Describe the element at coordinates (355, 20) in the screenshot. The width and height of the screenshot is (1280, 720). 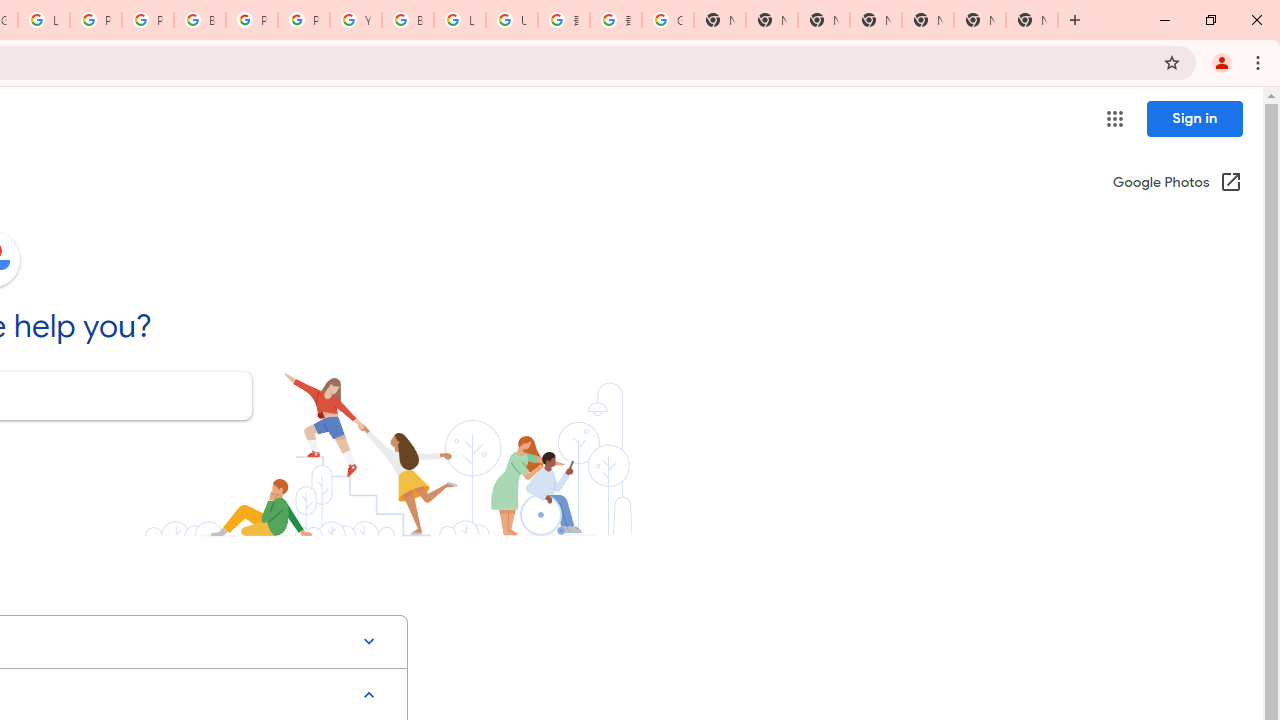
I see `'YouTube'` at that location.